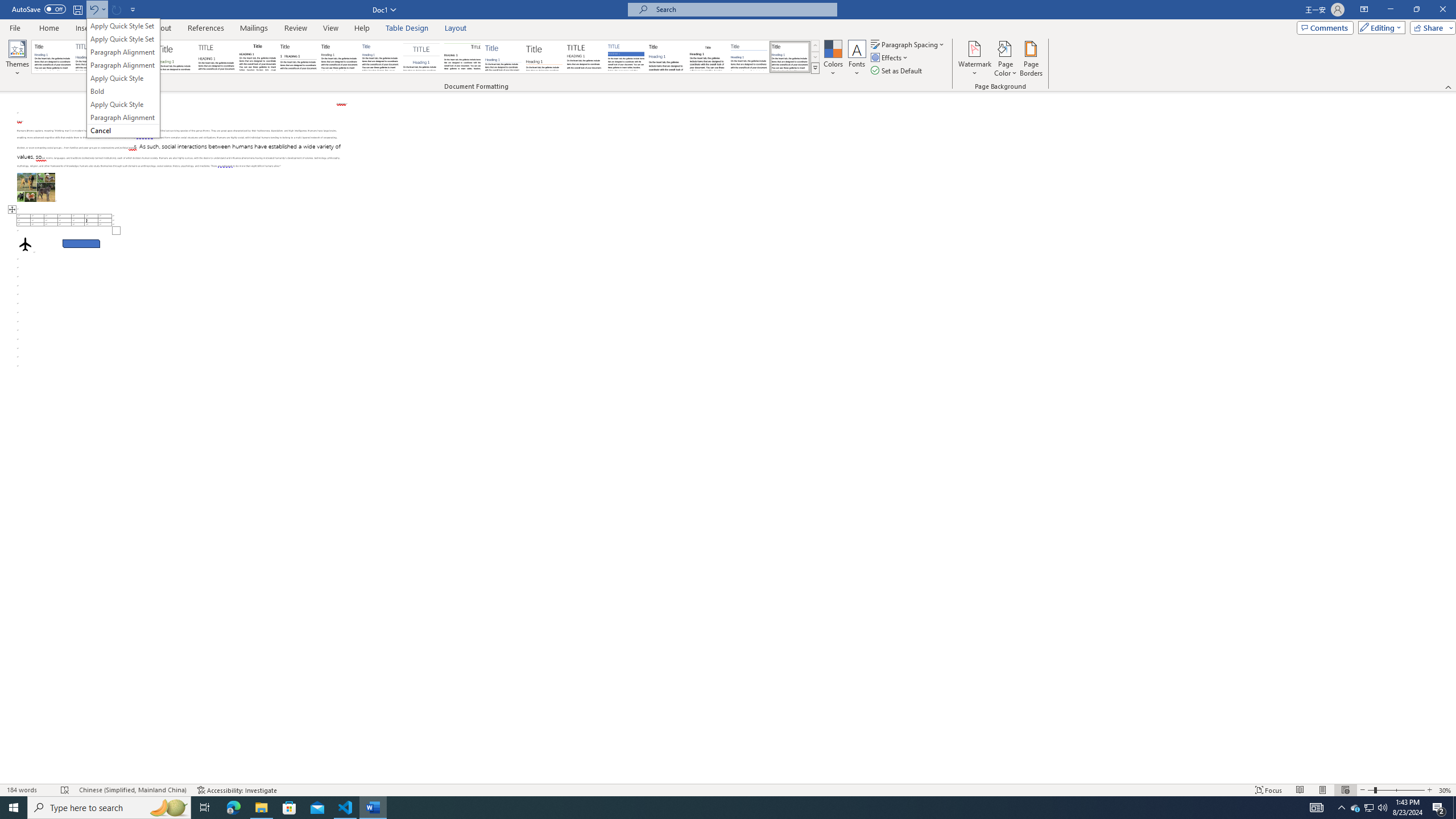 This screenshot has width=1456, height=819. I want to click on 'Casual', so click(380, 56).